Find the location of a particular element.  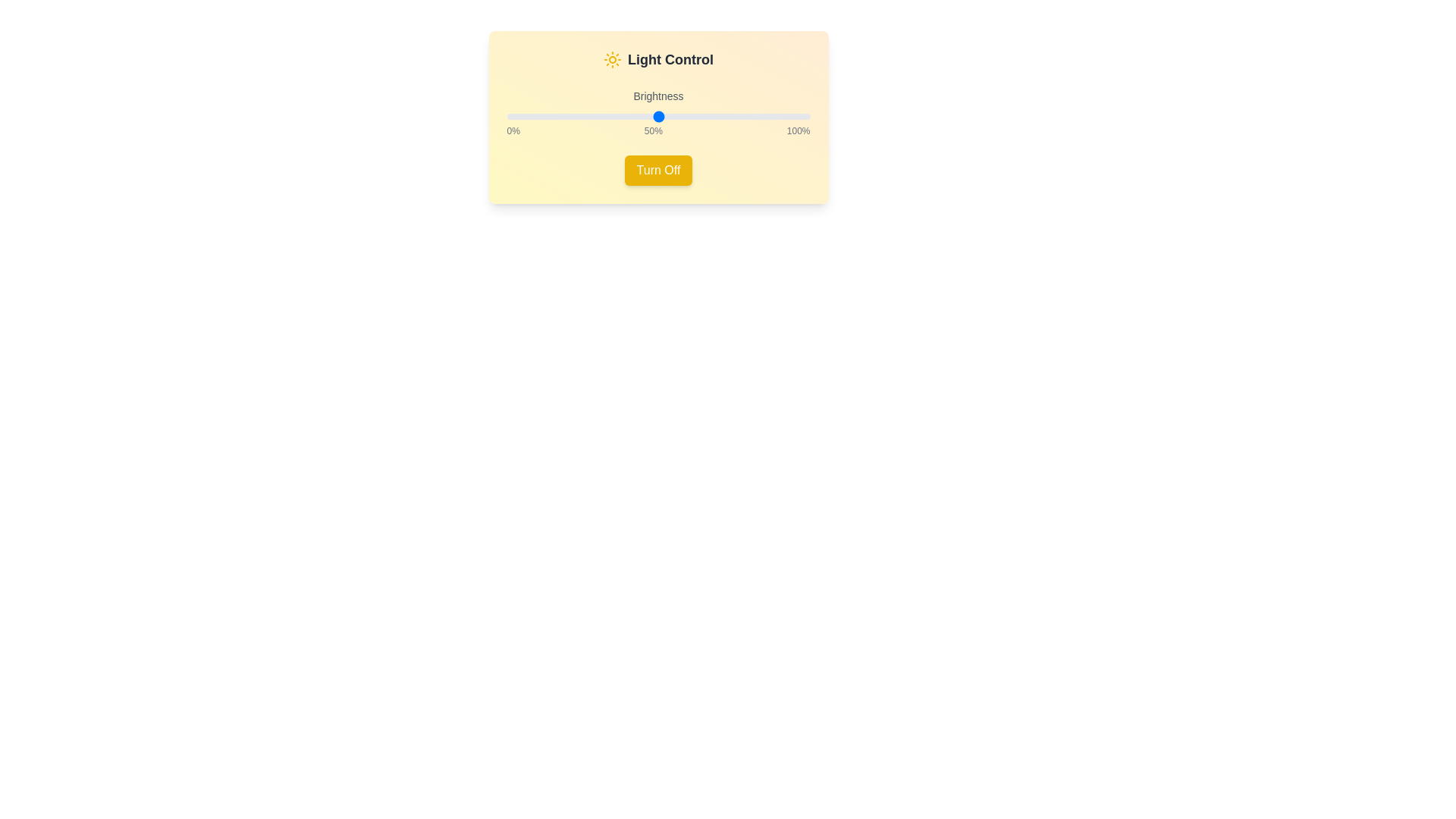

brightness is located at coordinates (655, 116).